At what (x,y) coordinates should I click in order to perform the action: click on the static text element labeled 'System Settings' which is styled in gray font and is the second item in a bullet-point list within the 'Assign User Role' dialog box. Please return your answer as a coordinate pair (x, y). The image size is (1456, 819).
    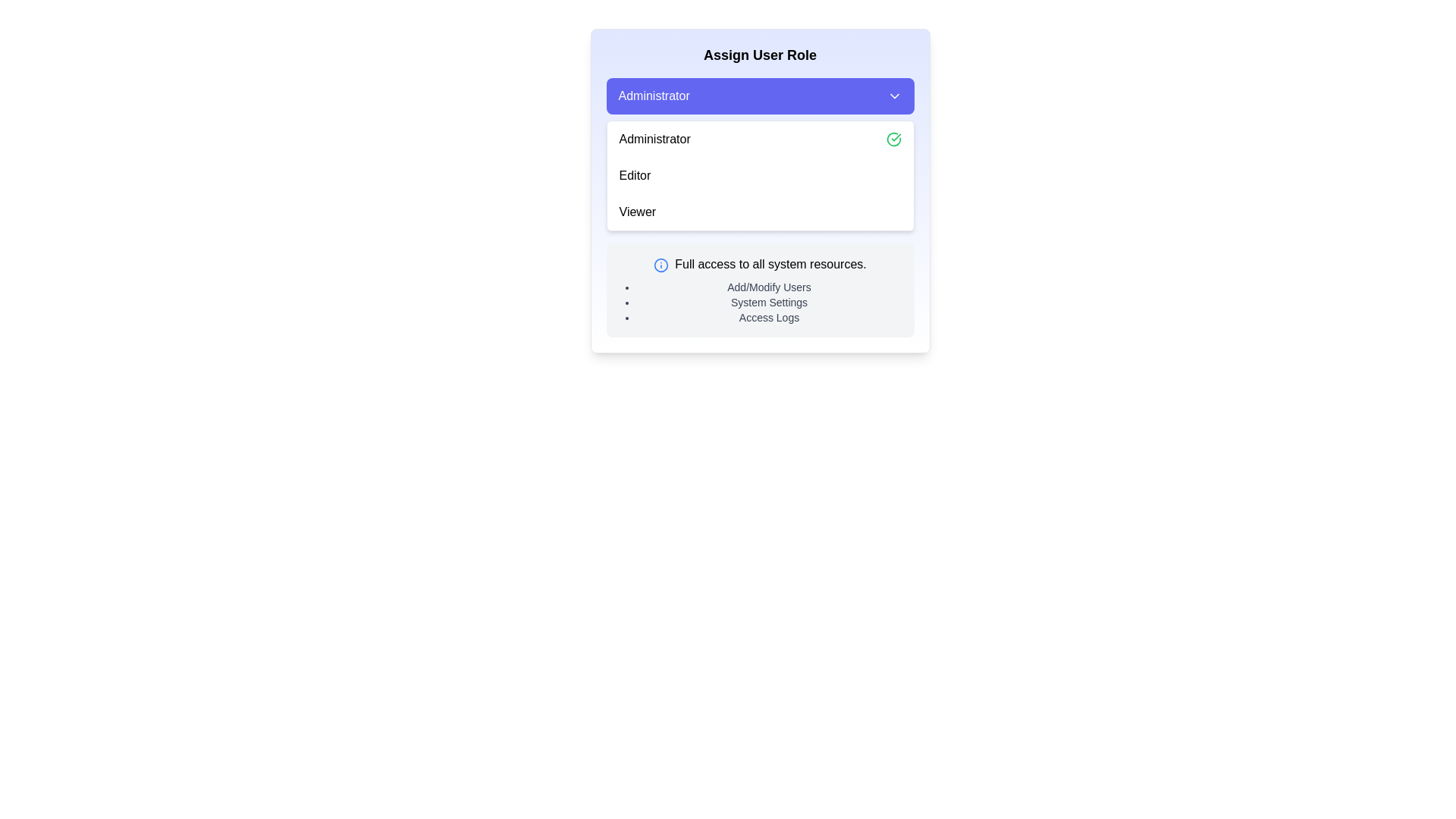
    Looking at the image, I should click on (769, 302).